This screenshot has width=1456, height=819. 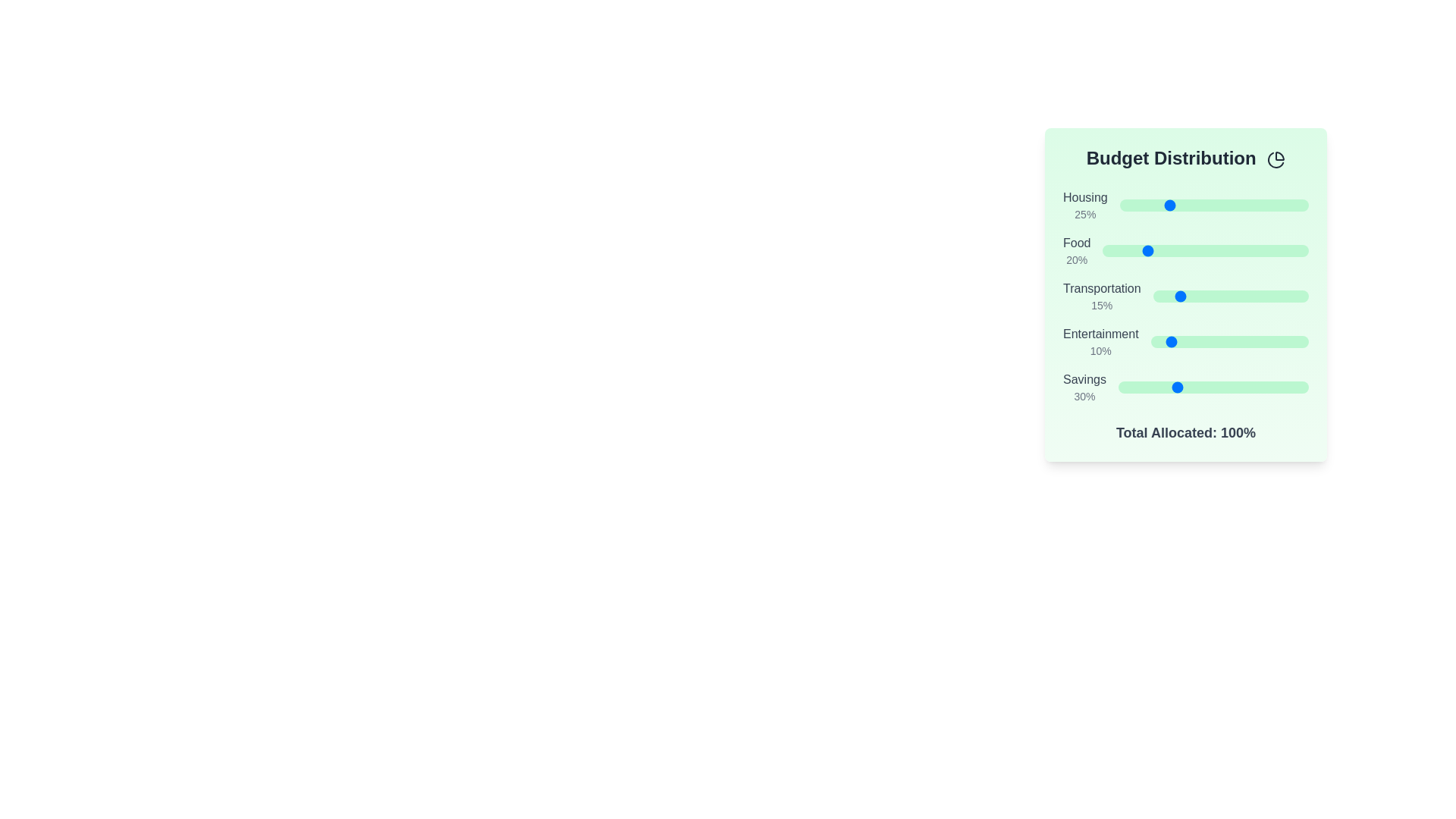 What do you see at coordinates (1275, 250) in the screenshot?
I see `the 'Food' slider to set its value to 84` at bounding box center [1275, 250].